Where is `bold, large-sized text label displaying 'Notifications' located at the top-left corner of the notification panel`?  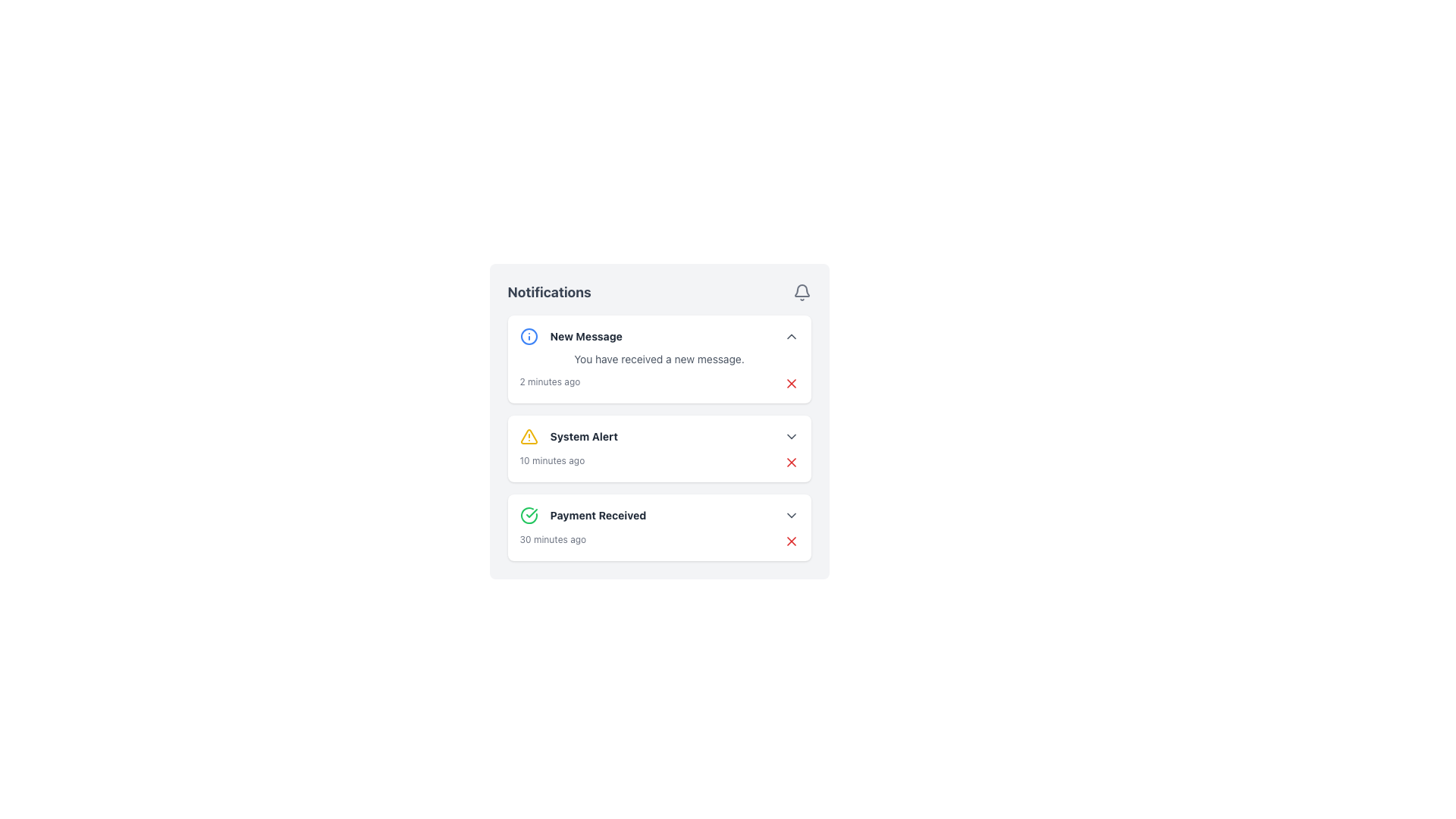 bold, large-sized text label displaying 'Notifications' located at the top-left corner of the notification panel is located at coordinates (548, 292).